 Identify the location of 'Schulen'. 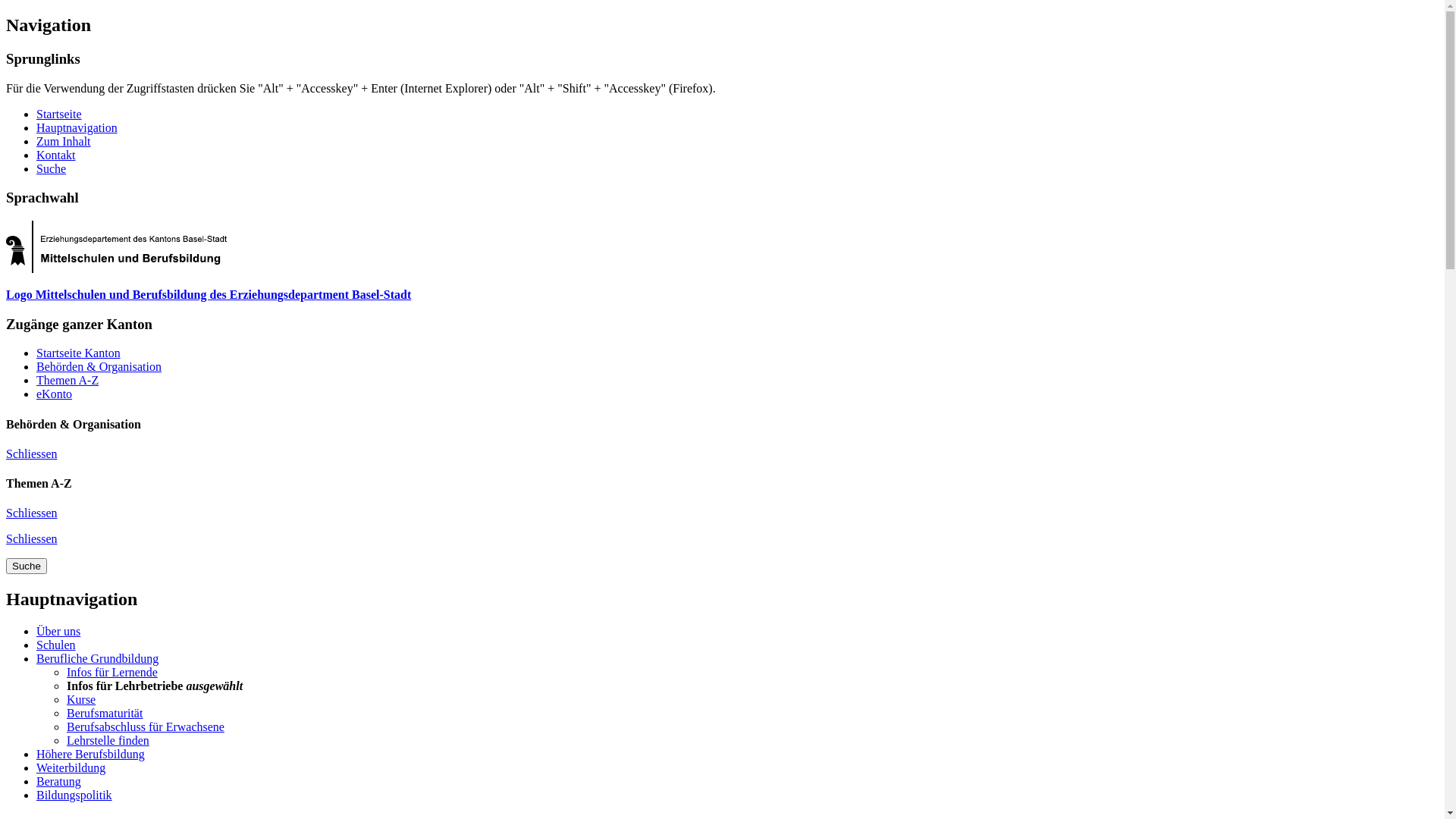
(55, 645).